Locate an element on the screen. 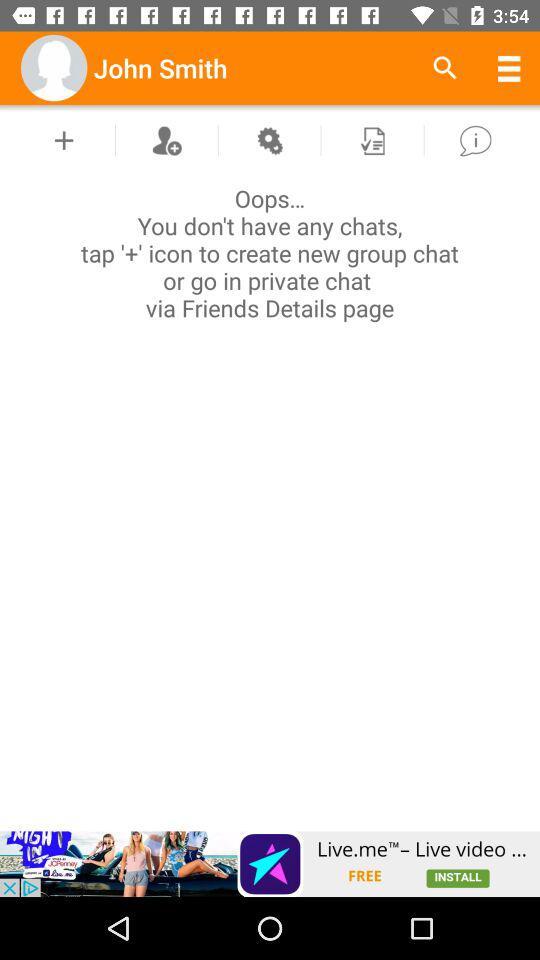  contacts is located at coordinates (165, 139).